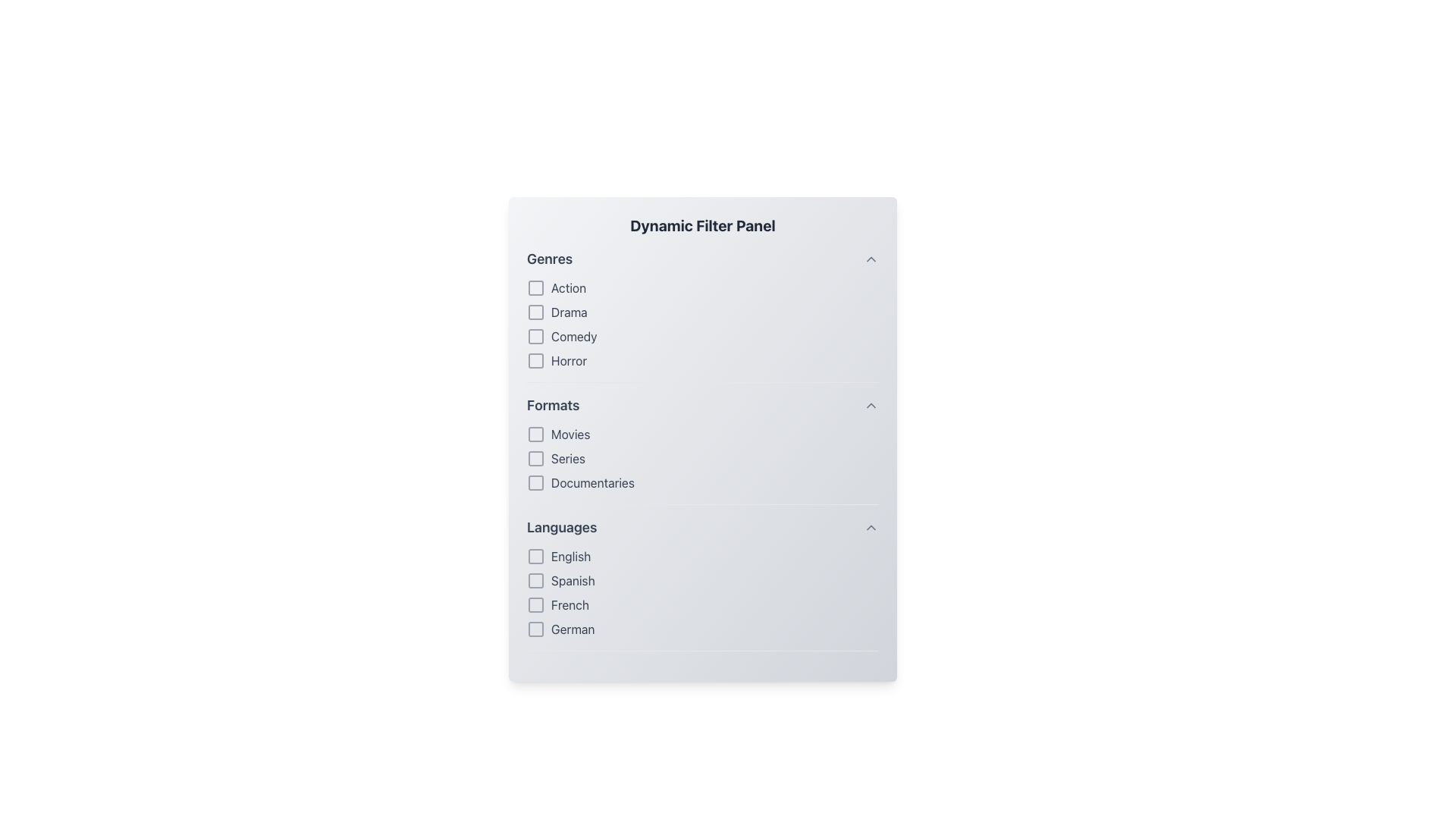 This screenshot has width=1456, height=819. Describe the element at coordinates (535, 360) in the screenshot. I see `the checkbox for the 'Horror' genre filter` at that location.